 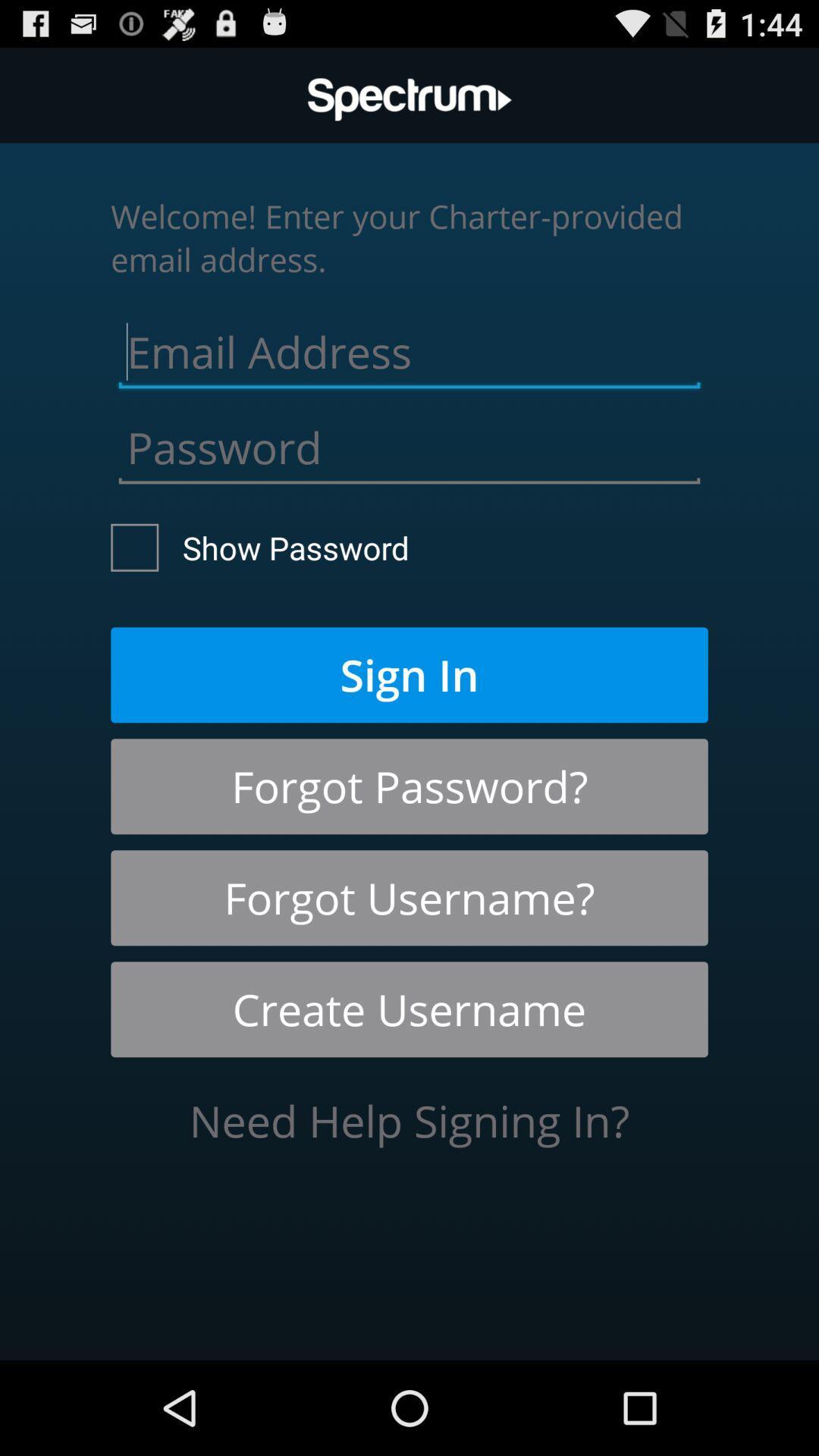 What do you see at coordinates (409, 1009) in the screenshot?
I see `create username` at bounding box center [409, 1009].